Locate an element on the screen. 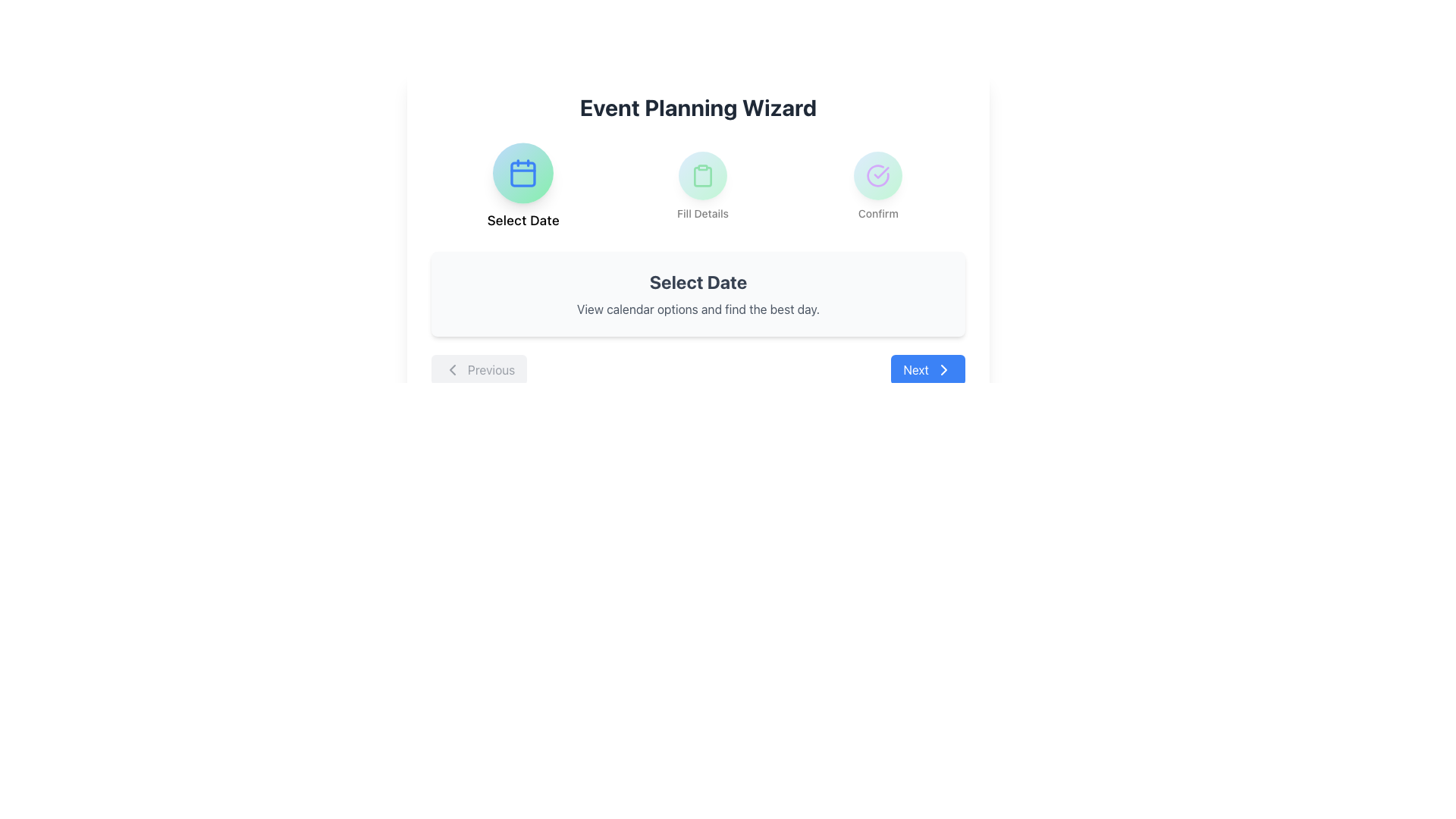 Image resolution: width=1456 pixels, height=819 pixels. the text label that describes the clipboard icon, which is the second element in a horizontal row of three components is located at coordinates (702, 213).